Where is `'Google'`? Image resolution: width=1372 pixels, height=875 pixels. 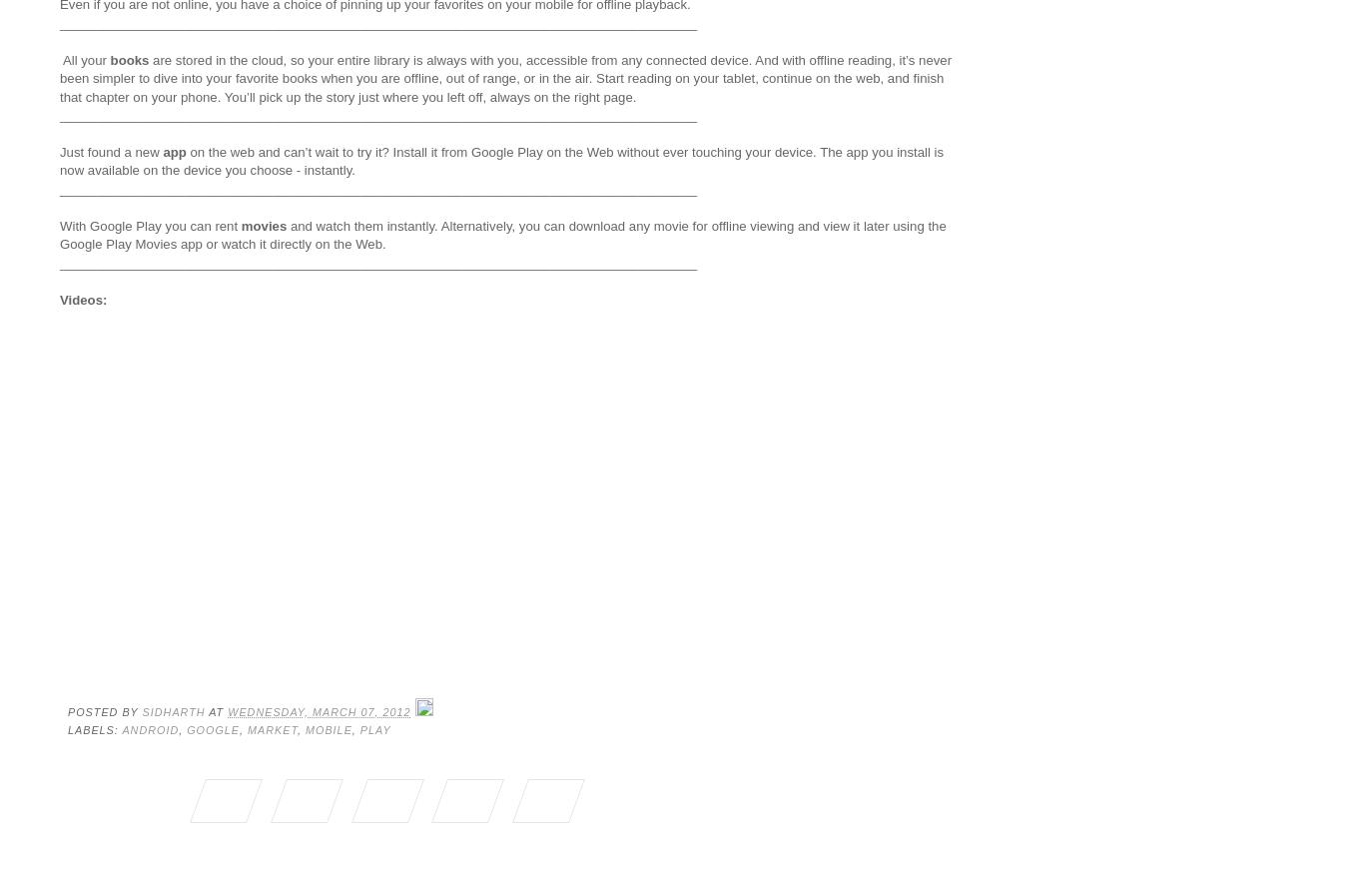
'Google' is located at coordinates (212, 728).